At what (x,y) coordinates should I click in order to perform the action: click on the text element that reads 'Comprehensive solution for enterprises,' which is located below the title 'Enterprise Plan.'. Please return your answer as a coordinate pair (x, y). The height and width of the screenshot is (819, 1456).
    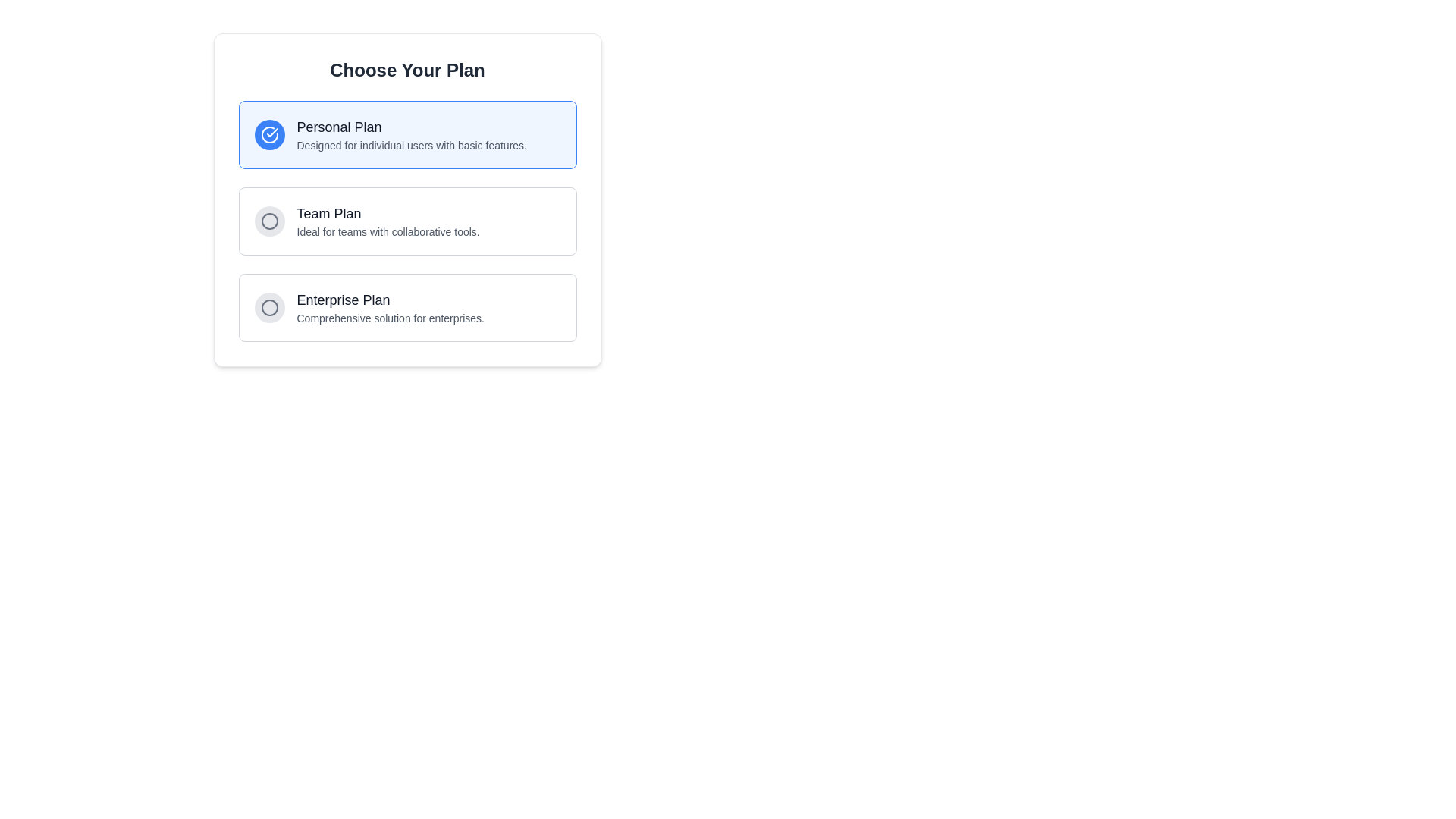
    Looking at the image, I should click on (391, 318).